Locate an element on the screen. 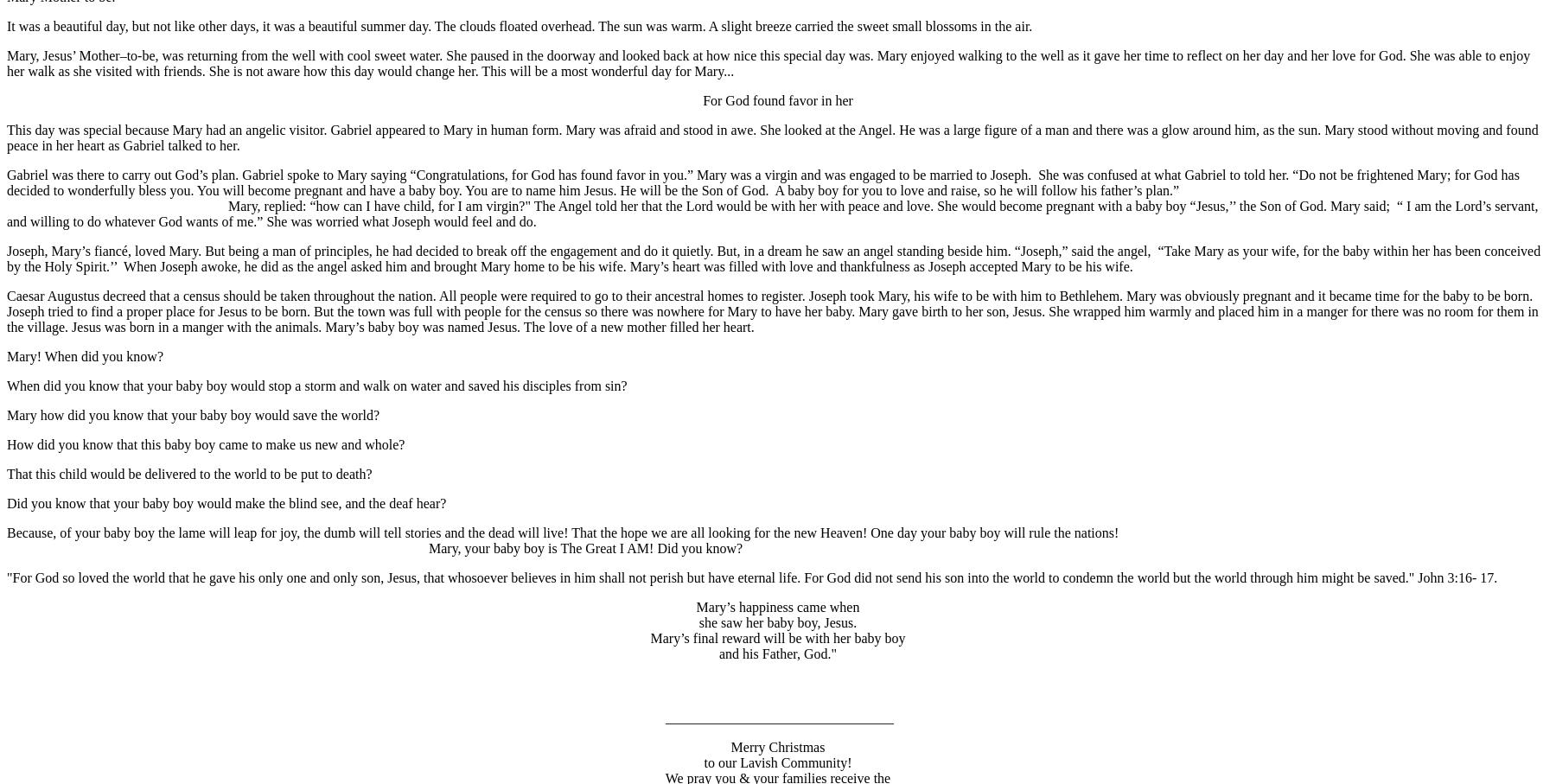  'Caesar Augustus decreed that a census should be taken throughout the nation. All people were required to go to their ancestral homes to register. Joseph took Mary, his wife to be with him to Bethlehem. Mary was obviously pregnant and it became time for the baby to be born. Joseph tried to find a proper place for Jesus to be born. But the town was full with people for the census so there was nowhere for Mary to have her baby. Mary gave birth to her son, Jesus. She wrapped him warmly and placed him in a manger for there was no room for them in the village. Jesus was born in a manger with the animals. Mary’s baby boy was named Jesus. The love of a new mother filled her heart.' is located at coordinates (772, 309).